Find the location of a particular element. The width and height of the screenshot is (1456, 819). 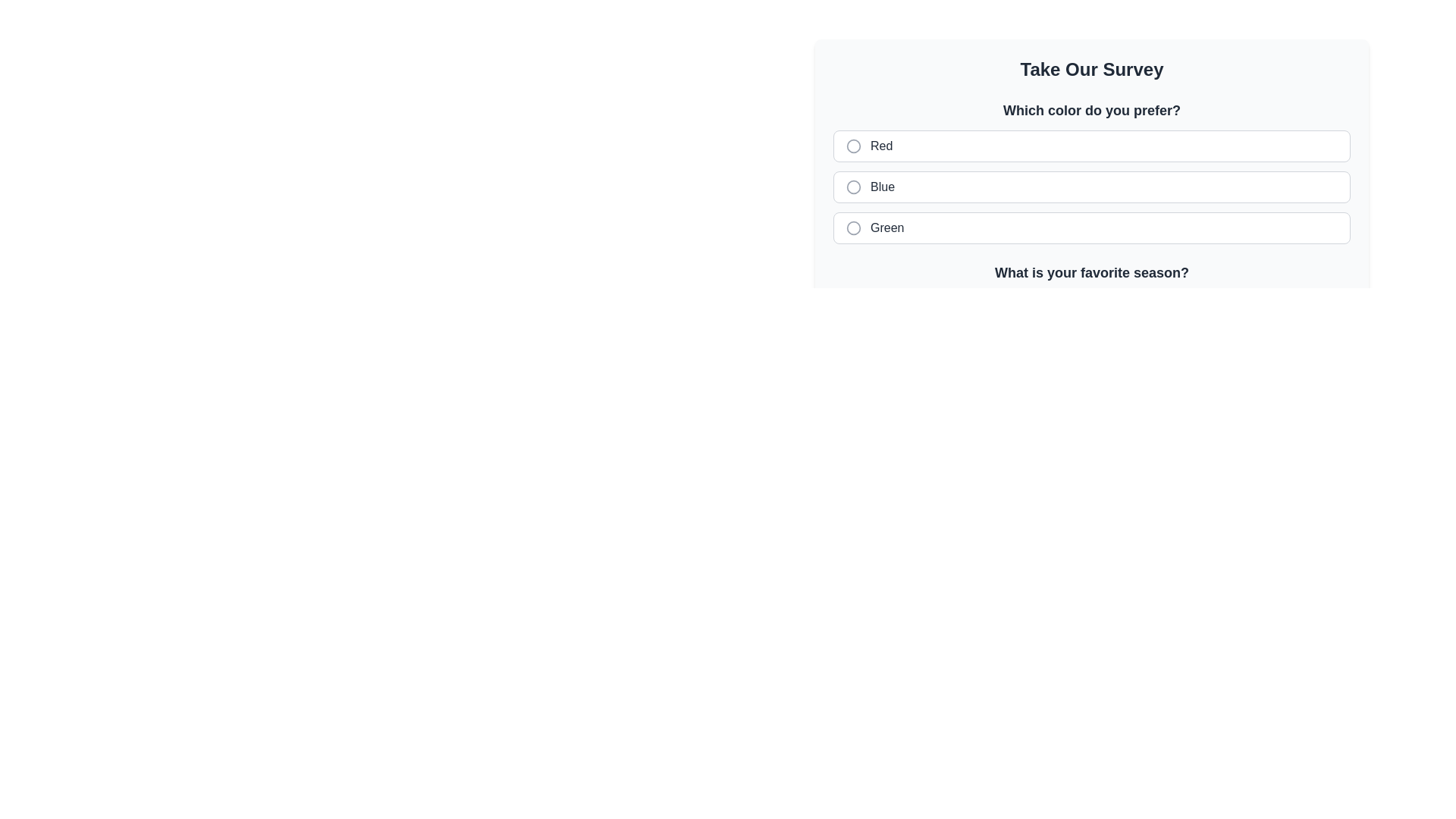

static text label that indicates the third selectable option 'Green' for the survey question 'Which color do you prefer?' is located at coordinates (887, 227).